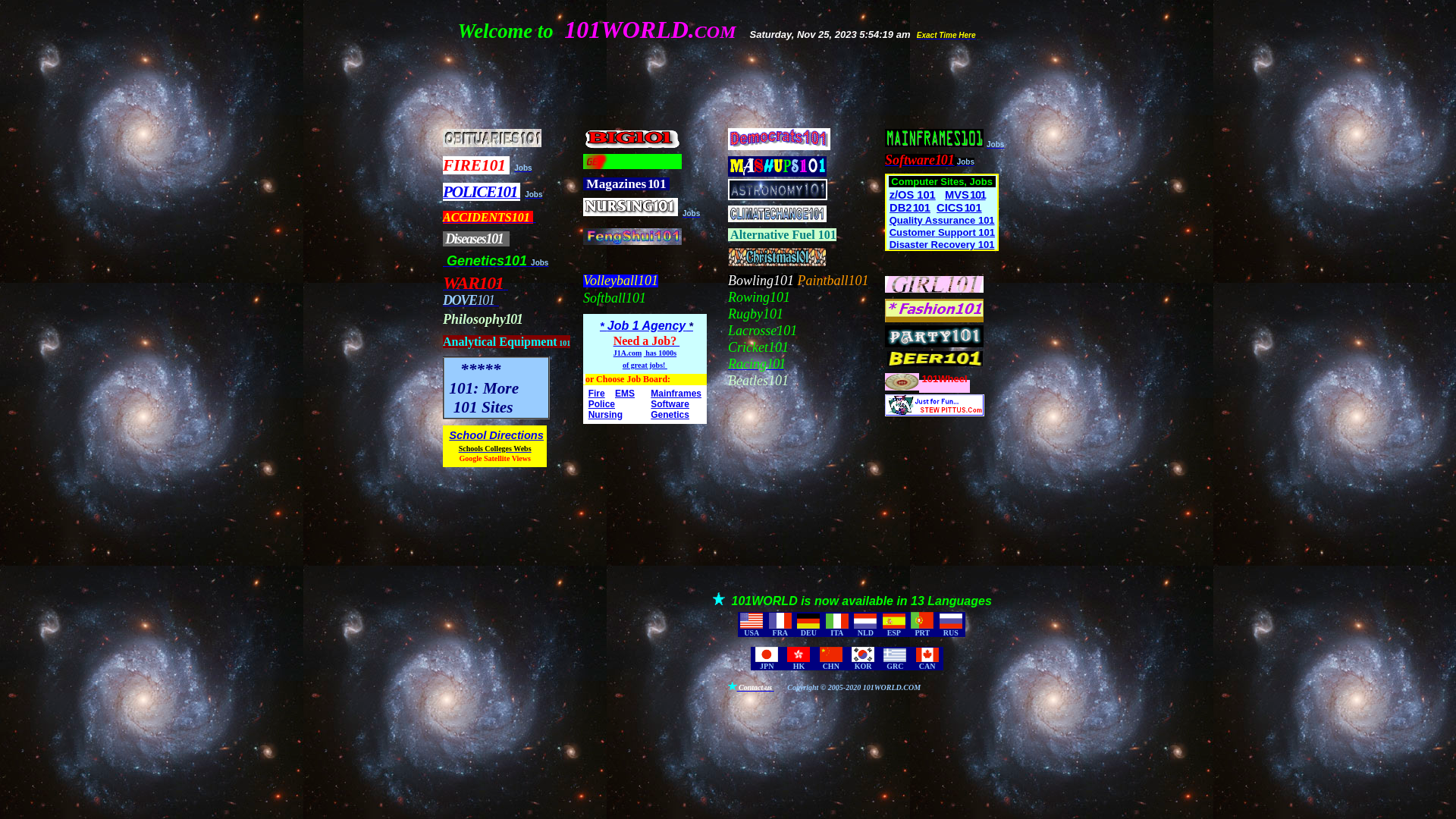 This screenshot has height=819, width=1456. Describe the element at coordinates (481, 379) in the screenshot. I see `'   *****` at that location.